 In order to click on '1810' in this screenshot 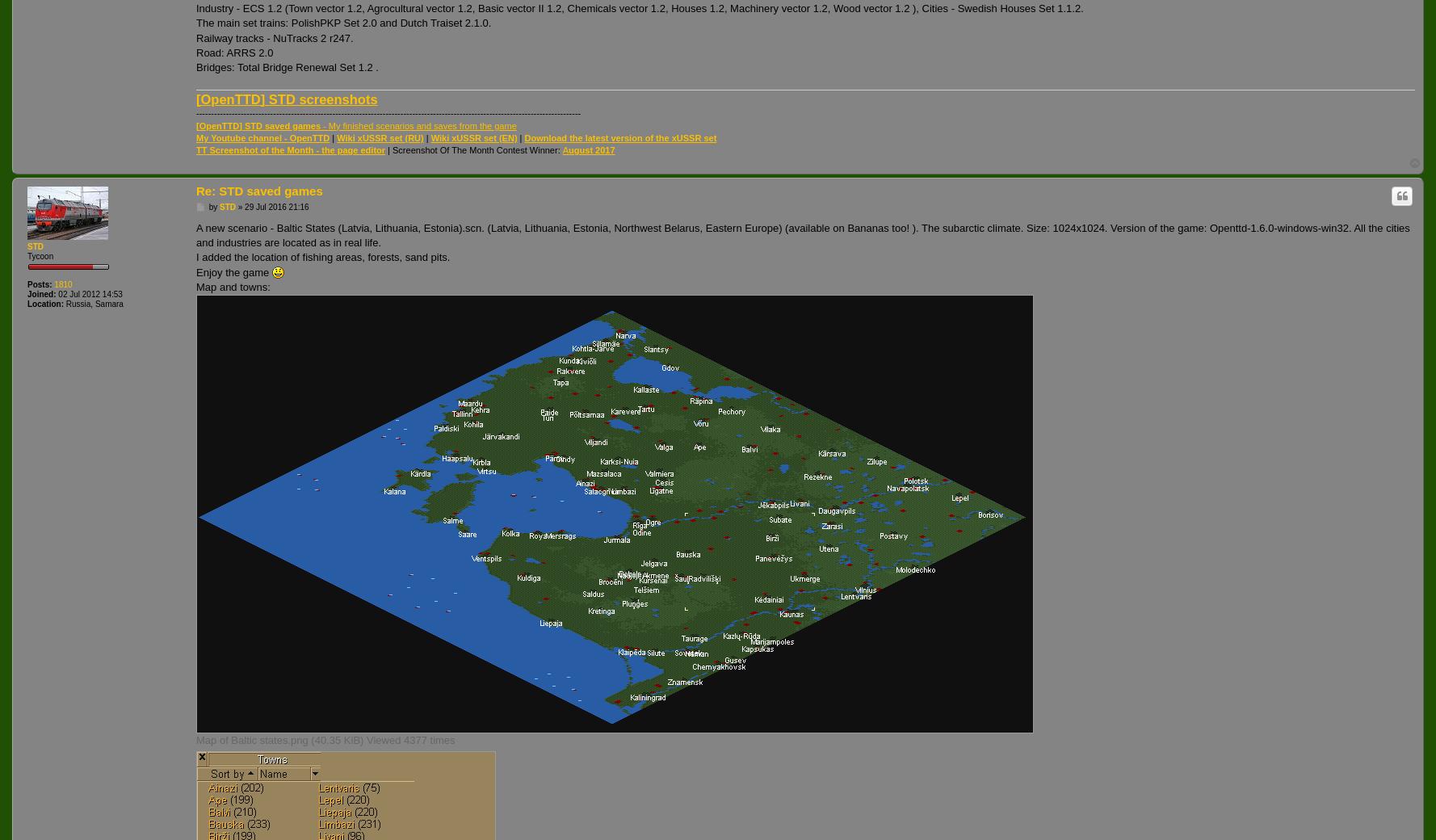, I will do `click(62, 283)`.